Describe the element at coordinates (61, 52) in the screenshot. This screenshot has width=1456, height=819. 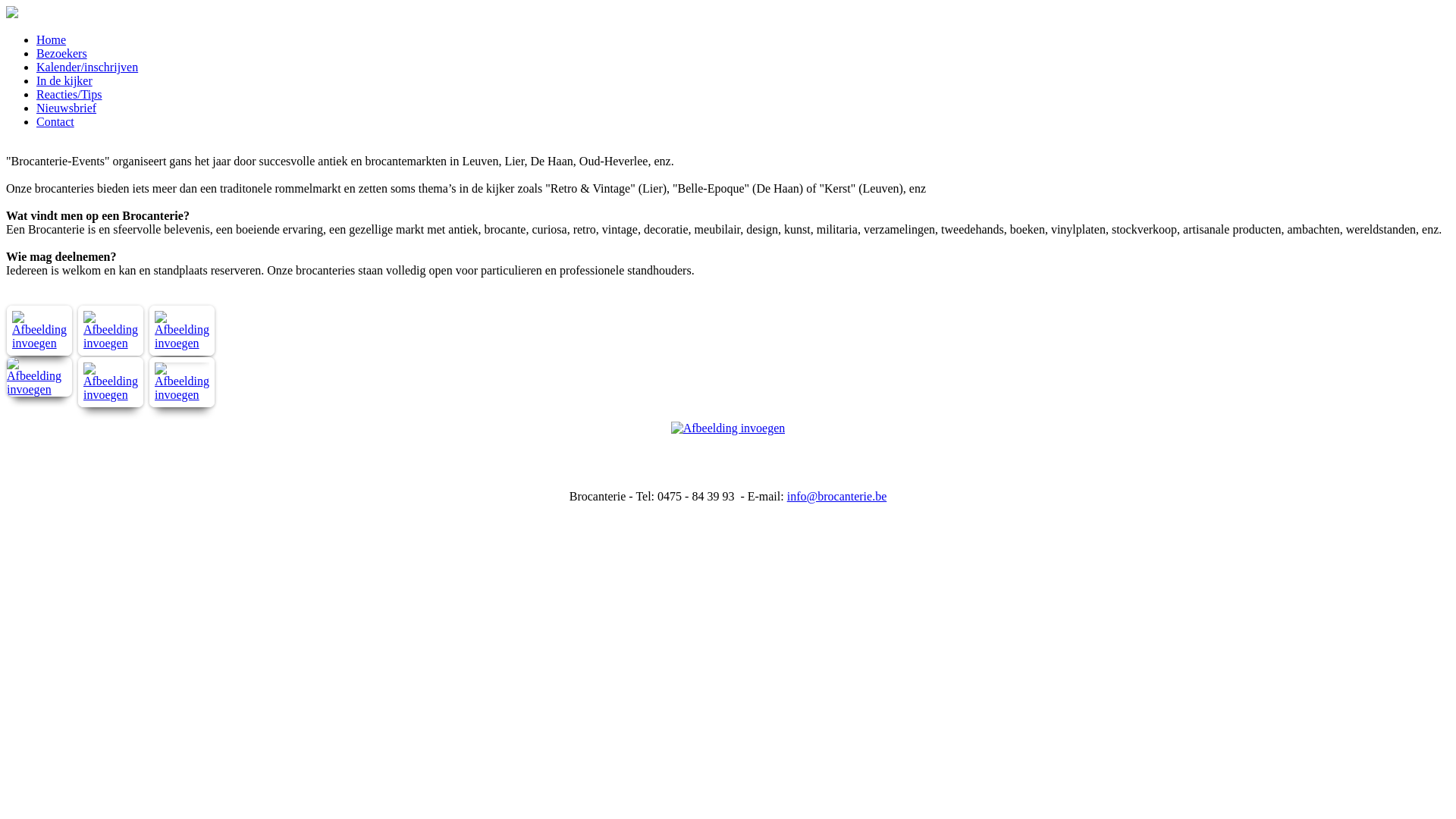
I see `'Bezoekers'` at that location.